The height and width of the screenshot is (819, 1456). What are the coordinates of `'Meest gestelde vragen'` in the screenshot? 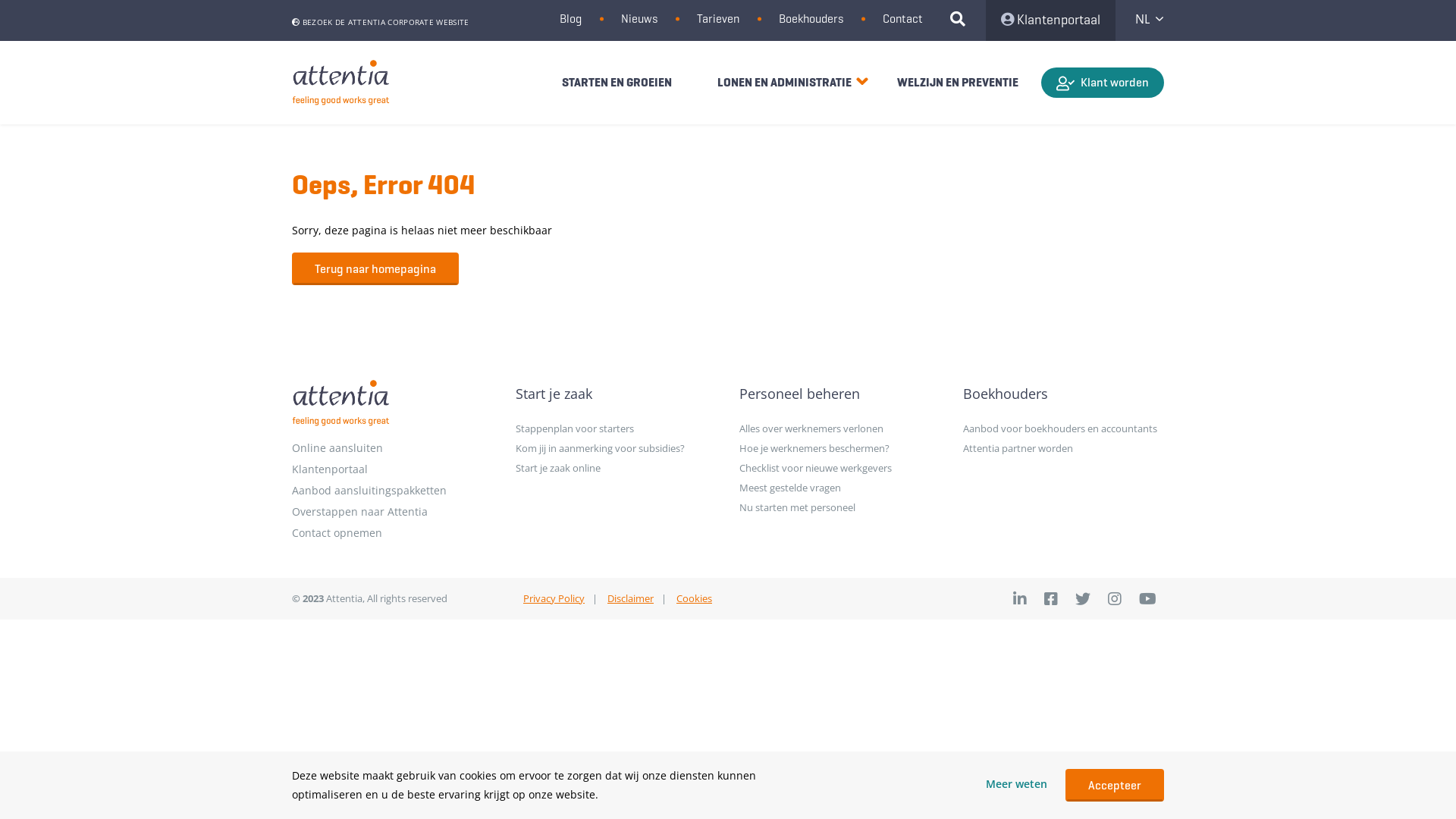 It's located at (839, 488).